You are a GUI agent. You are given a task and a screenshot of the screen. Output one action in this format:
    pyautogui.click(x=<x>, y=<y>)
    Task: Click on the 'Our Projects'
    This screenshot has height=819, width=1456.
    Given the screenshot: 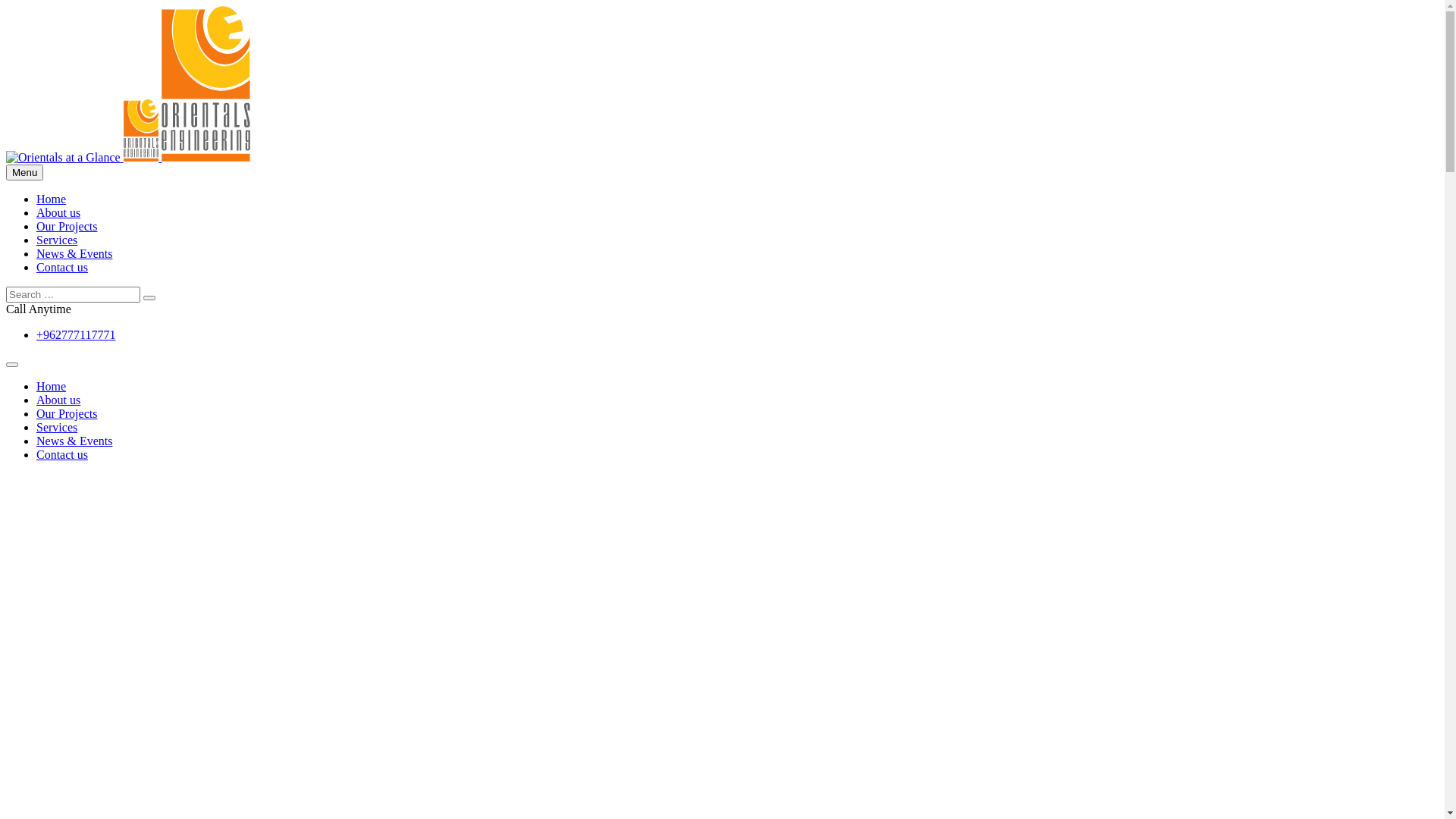 What is the action you would take?
    pyautogui.click(x=65, y=413)
    